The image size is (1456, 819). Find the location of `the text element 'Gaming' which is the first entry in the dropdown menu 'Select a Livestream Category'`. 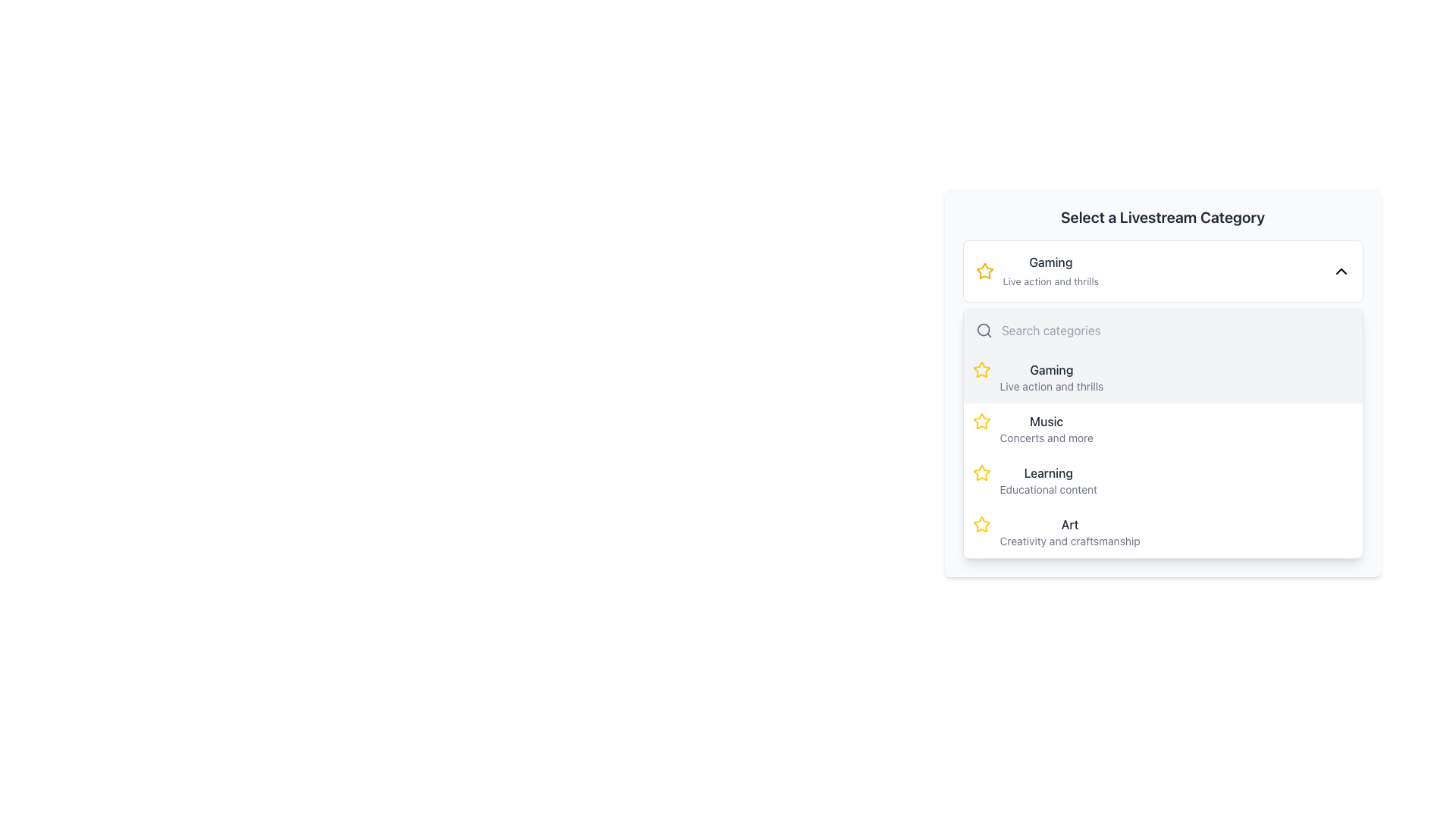

the text element 'Gaming' which is the first entry in the dropdown menu 'Select a Livestream Category' is located at coordinates (1050, 271).